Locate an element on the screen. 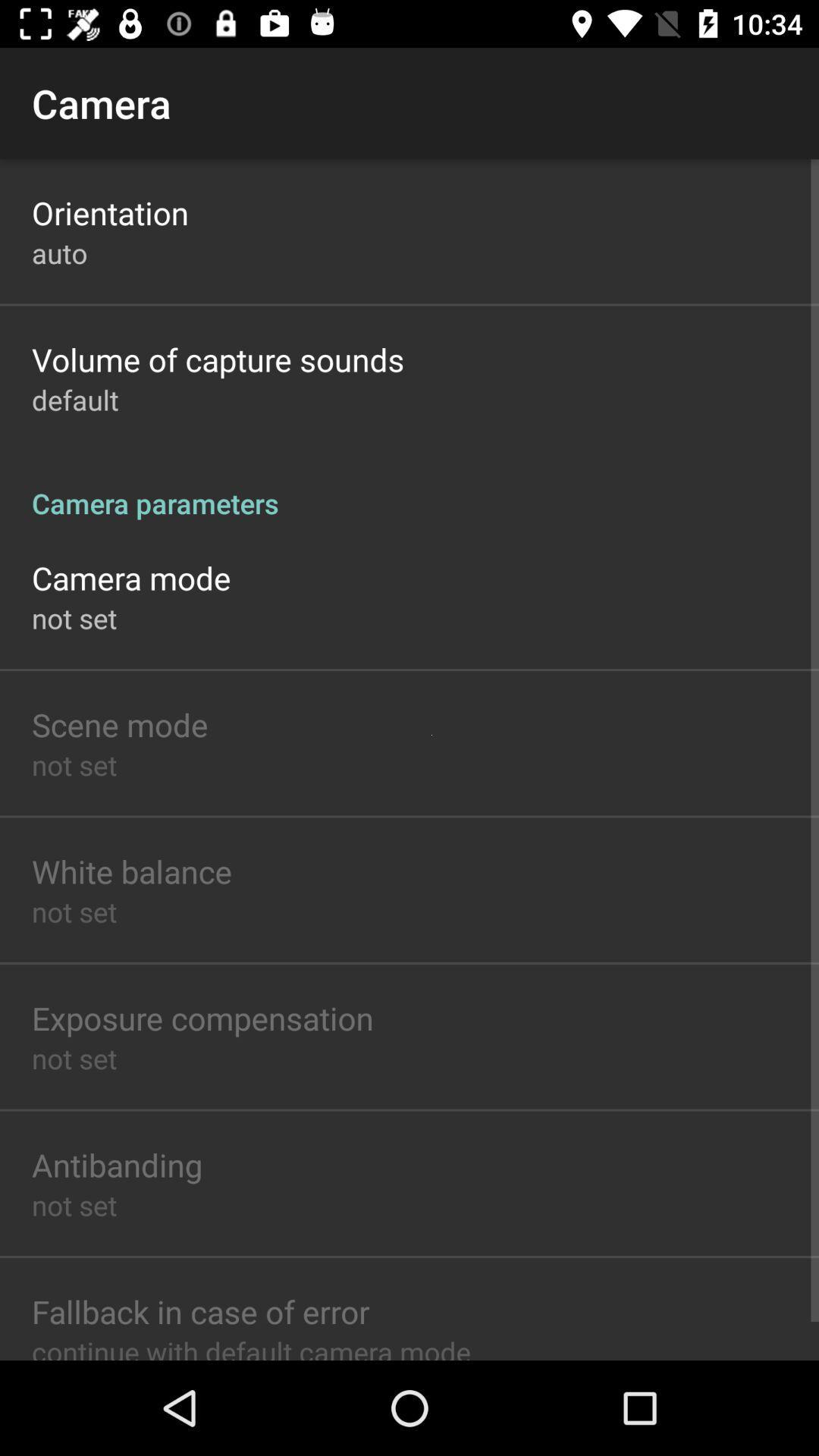 This screenshot has width=819, height=1456. the icon below auto icon is located at coordinates (218, 359).